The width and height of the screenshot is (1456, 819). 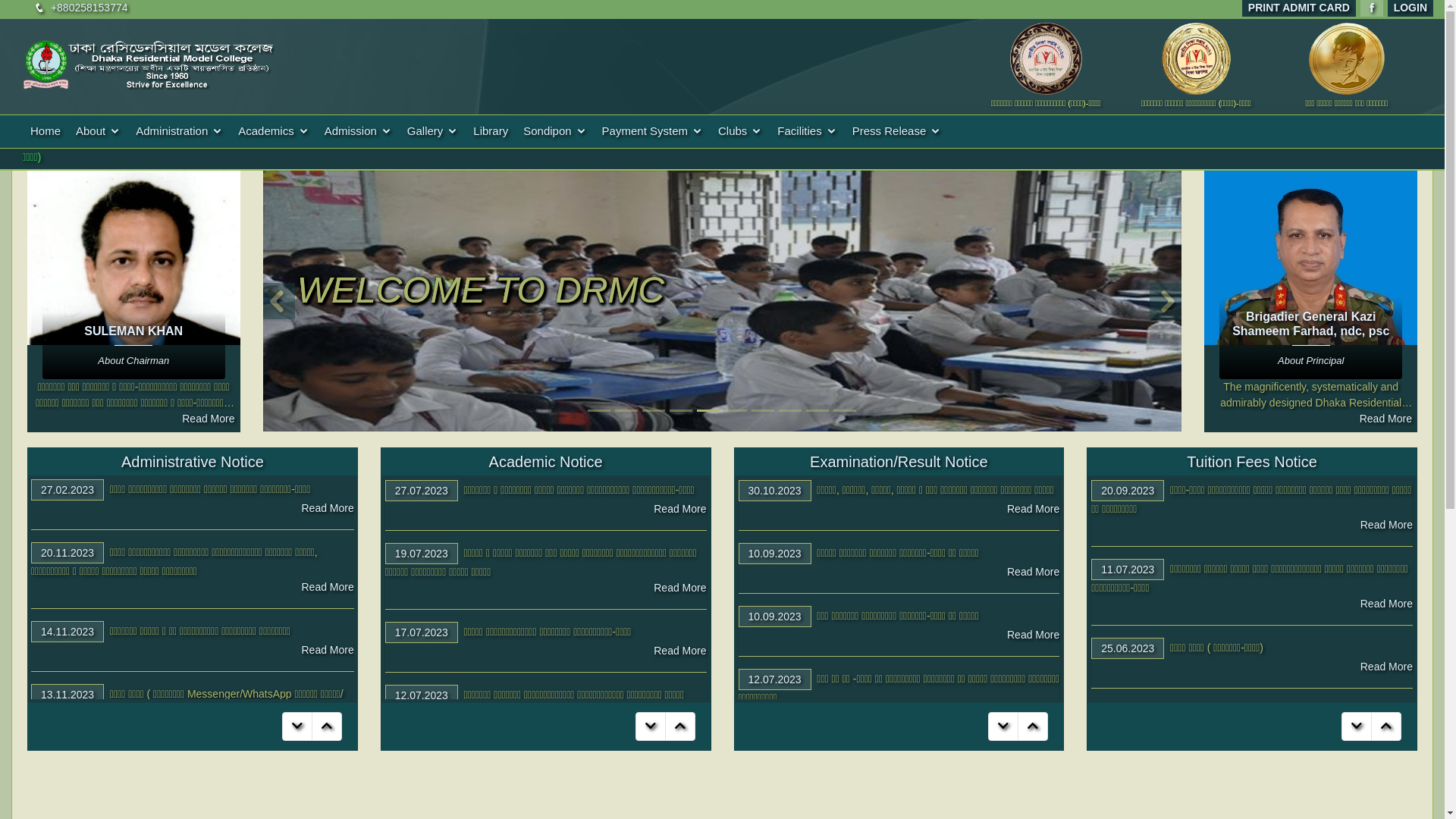 I want to click on 'Home', so click(x=45, y=130).